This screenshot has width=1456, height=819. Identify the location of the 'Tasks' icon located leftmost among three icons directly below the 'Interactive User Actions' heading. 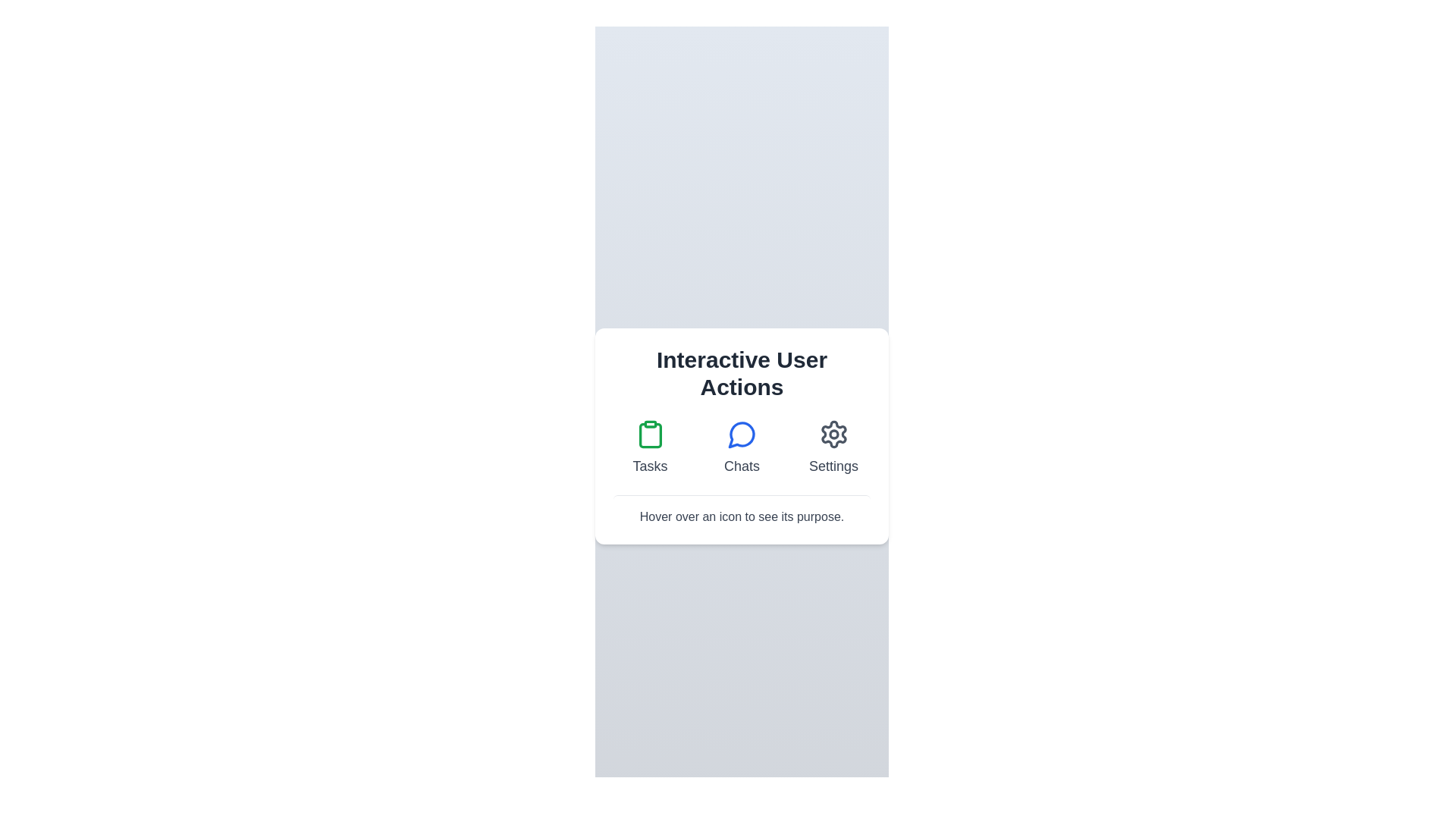
(650, 435).